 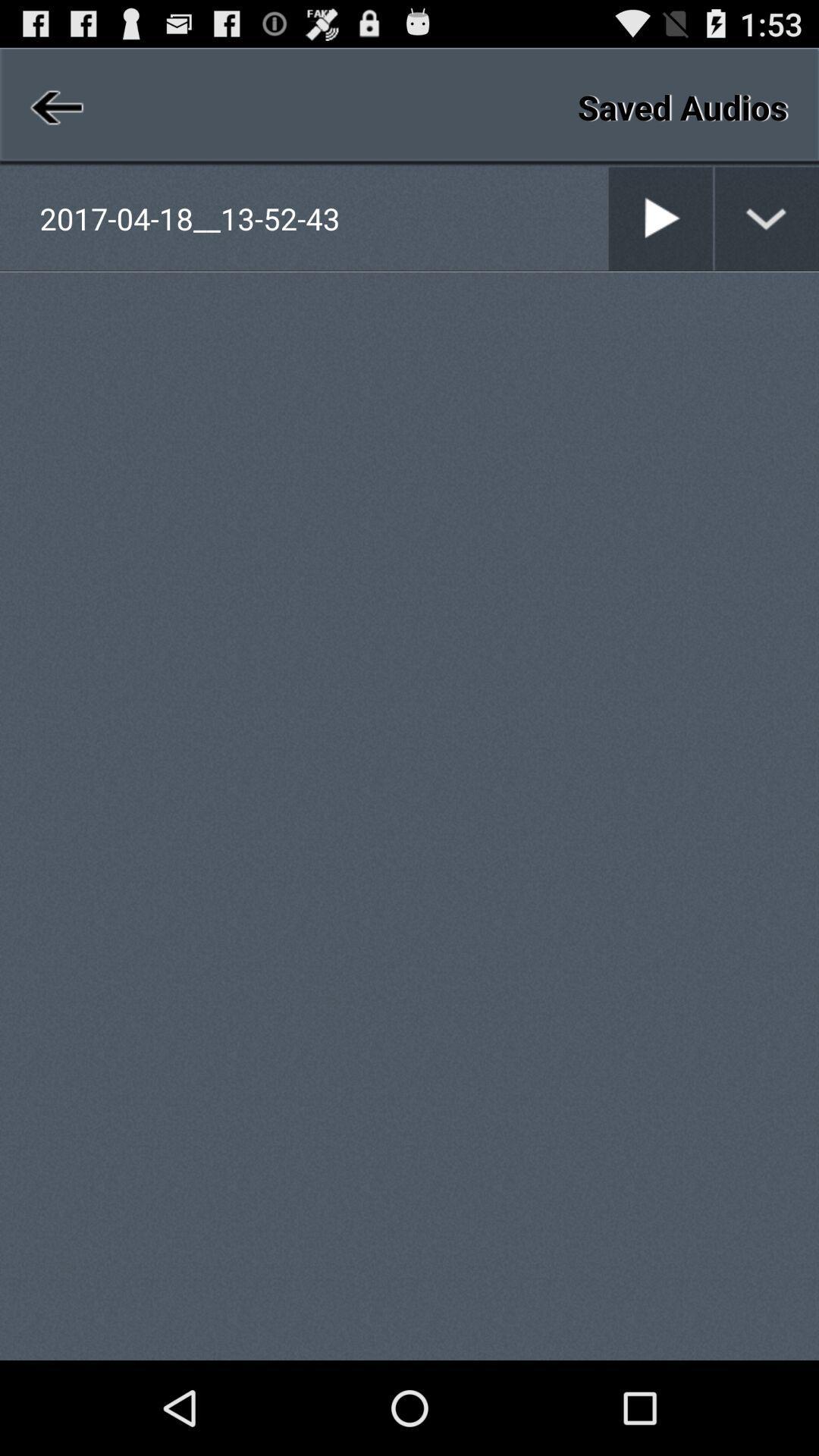 I want to click on the arrow_backward icon, so click(x=54, y=114).